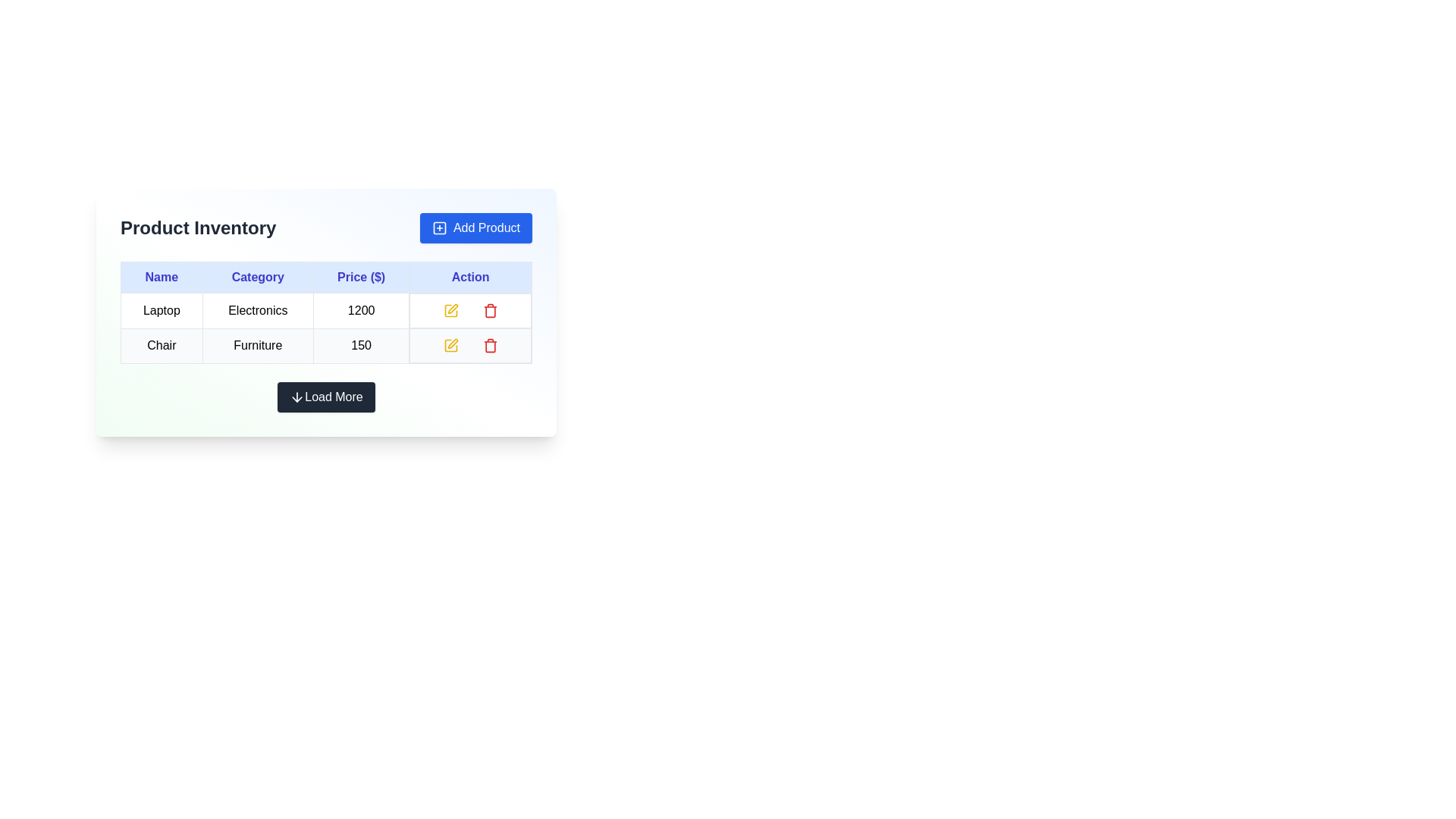 The height and width of the screenshot is (819, 1456). I want to click on the static text label that displays the product name in the first row of the data table under the 'Name' column, so click(162, 309).